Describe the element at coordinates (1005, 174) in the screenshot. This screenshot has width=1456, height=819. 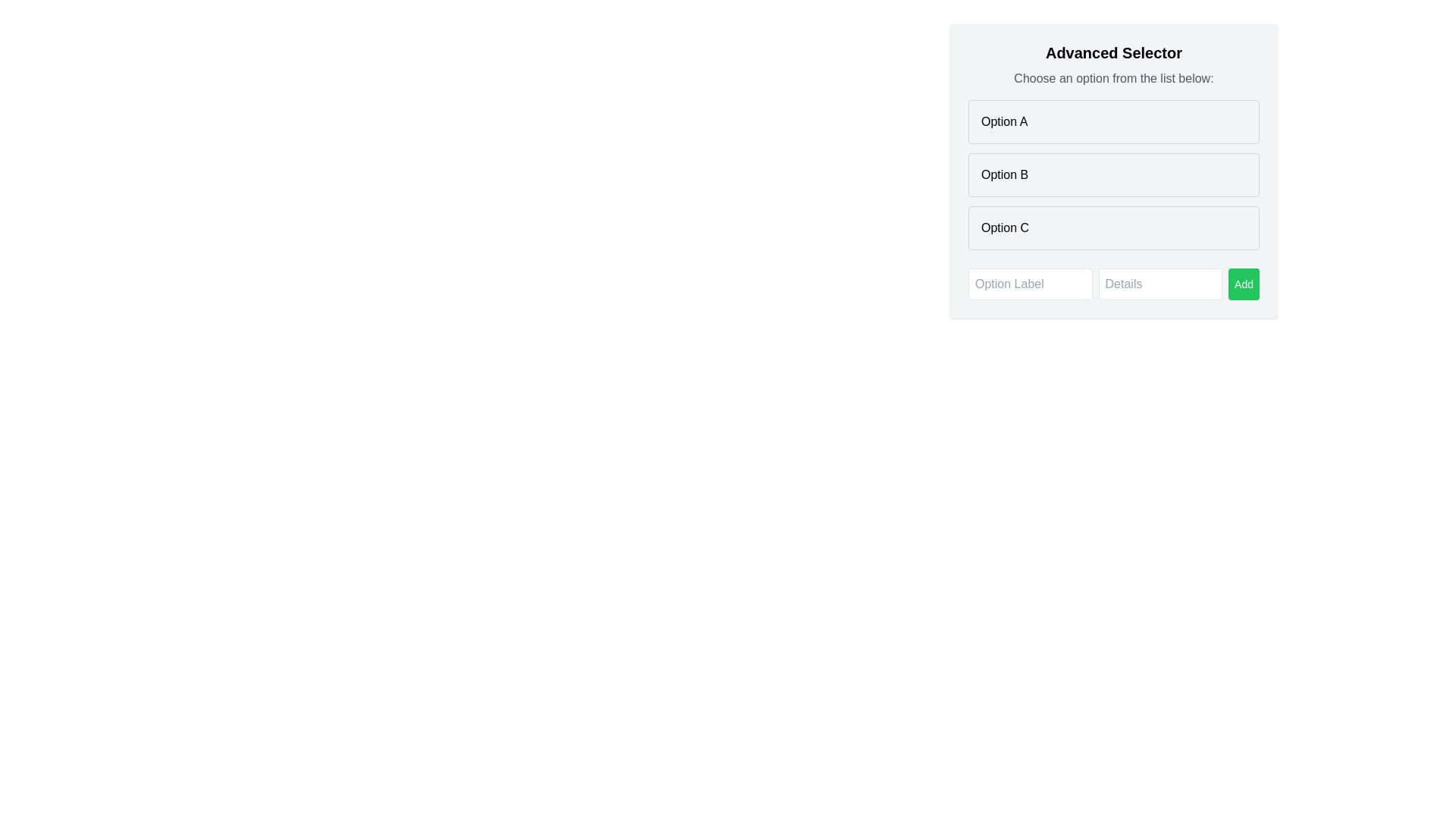
I see `the text label displaying 'Option B', which is the second item in the vertically stacked list under 'Advanced Selector'` at that location.